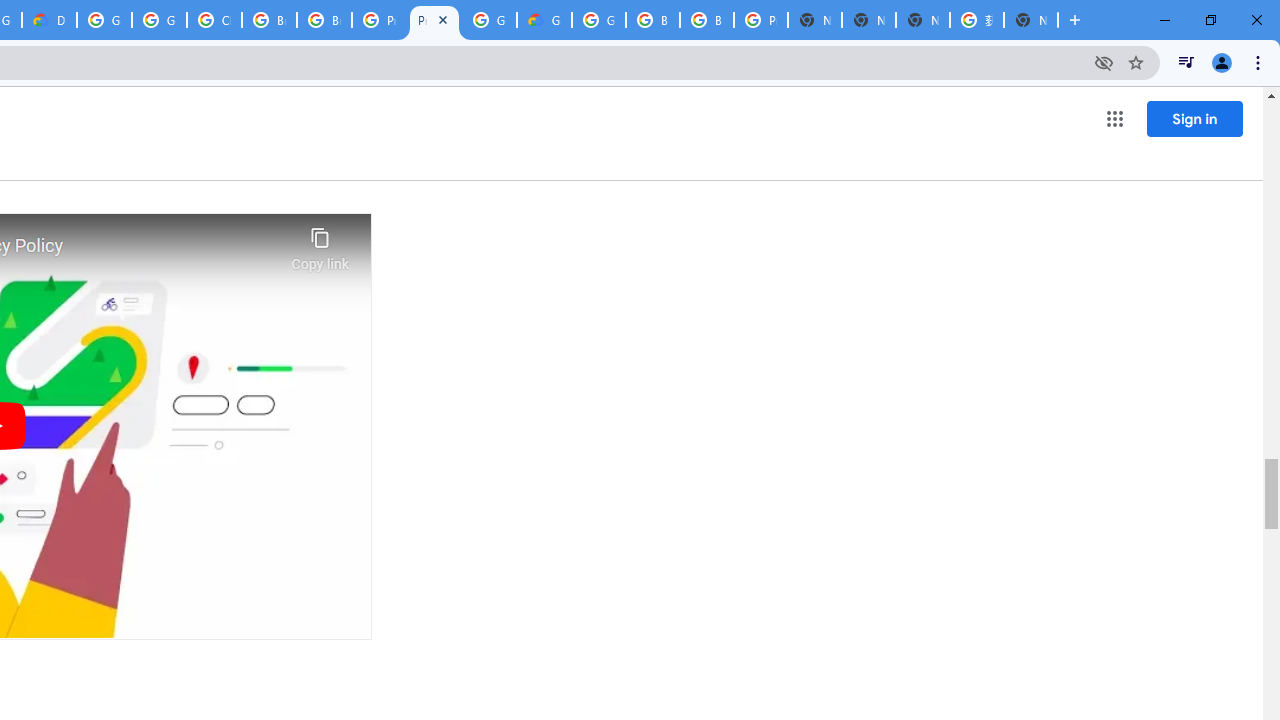  What do you see at coordinates (1185, 61) in the screenshot?
I see `'Control your music, videos, and more'` at bounding box center [1185, 61].